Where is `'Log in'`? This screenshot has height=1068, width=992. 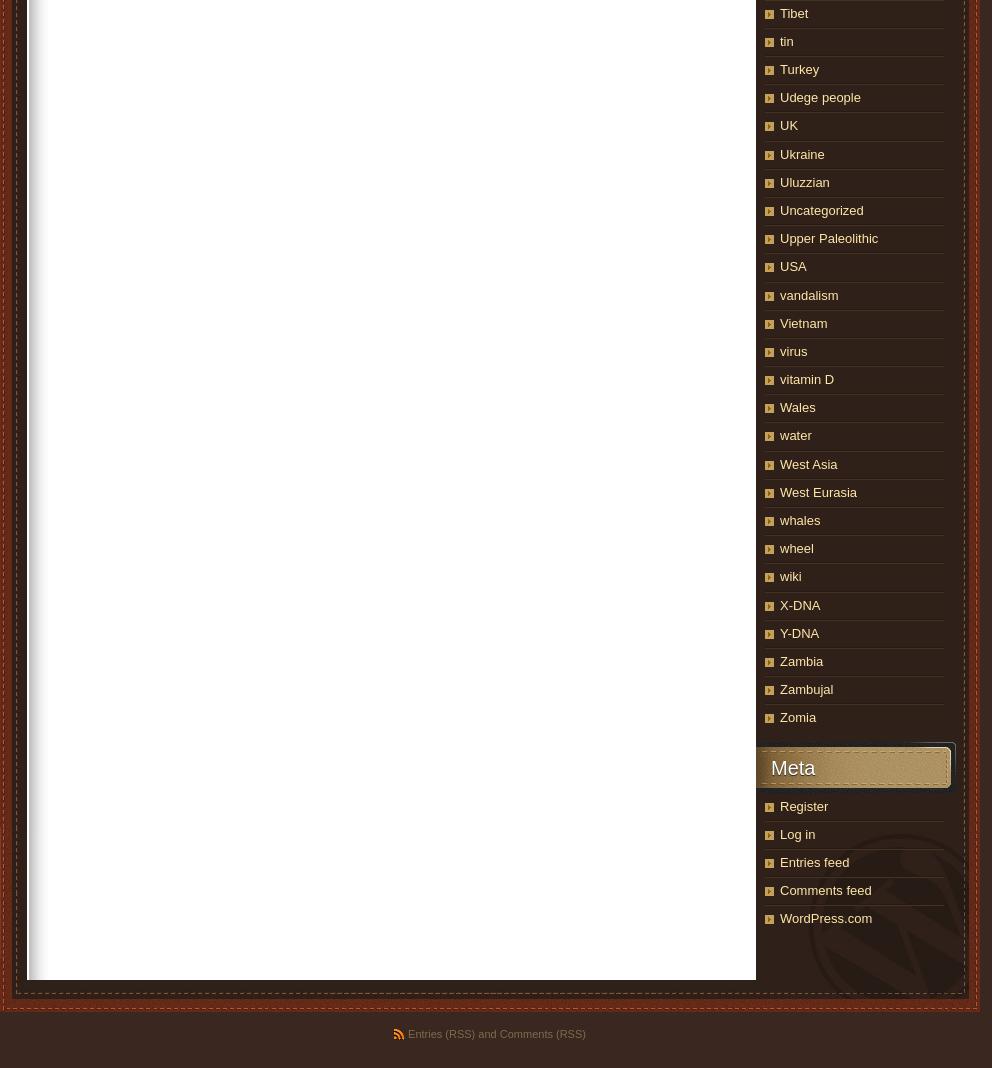
'Log in' is located at coordinates (797, 832).